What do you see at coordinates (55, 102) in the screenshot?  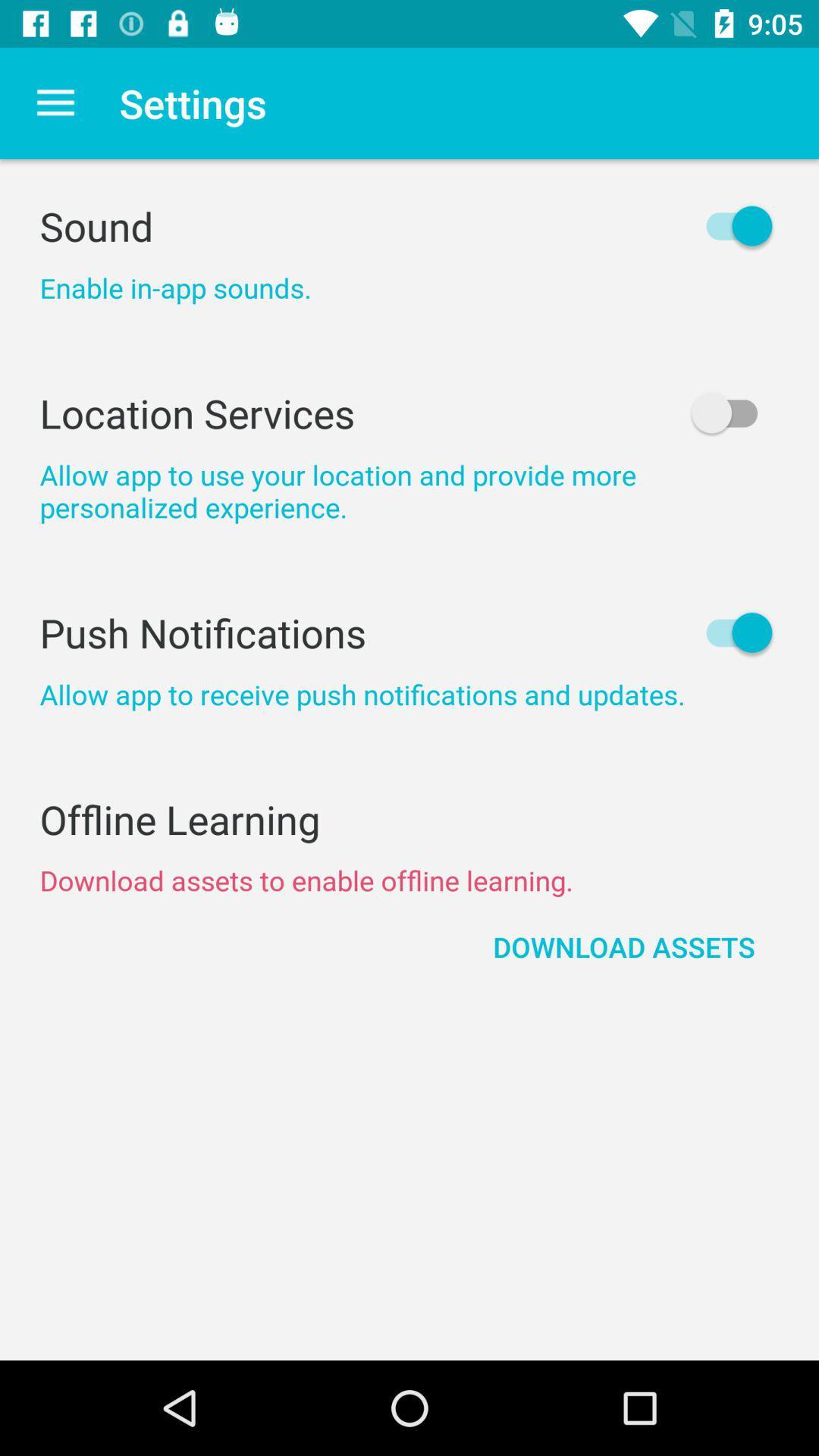 I see `icon to the left of the settings` at bounding box center [55, 102].